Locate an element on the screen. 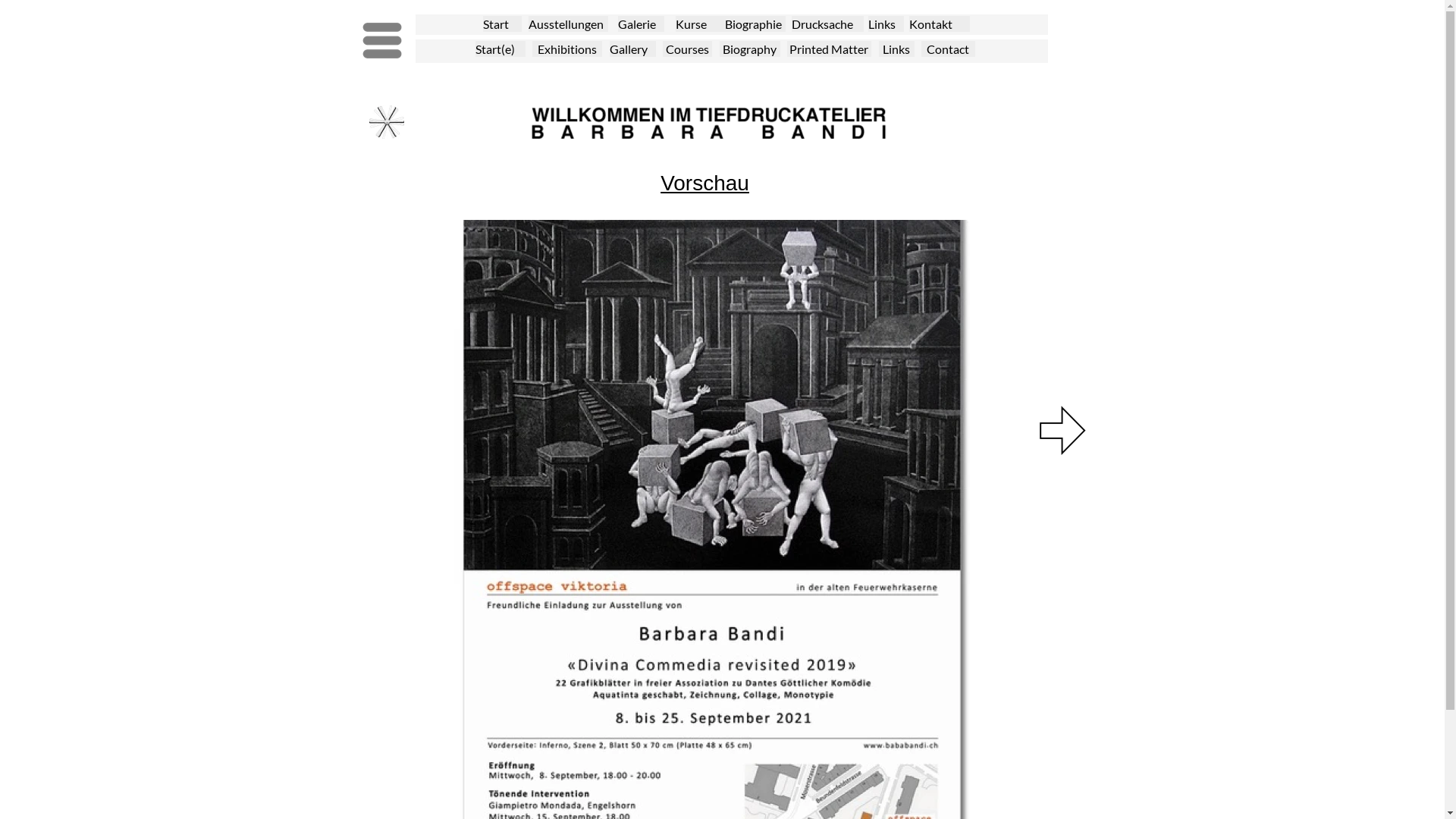  'Courses' is located at coordinates (686, 49).